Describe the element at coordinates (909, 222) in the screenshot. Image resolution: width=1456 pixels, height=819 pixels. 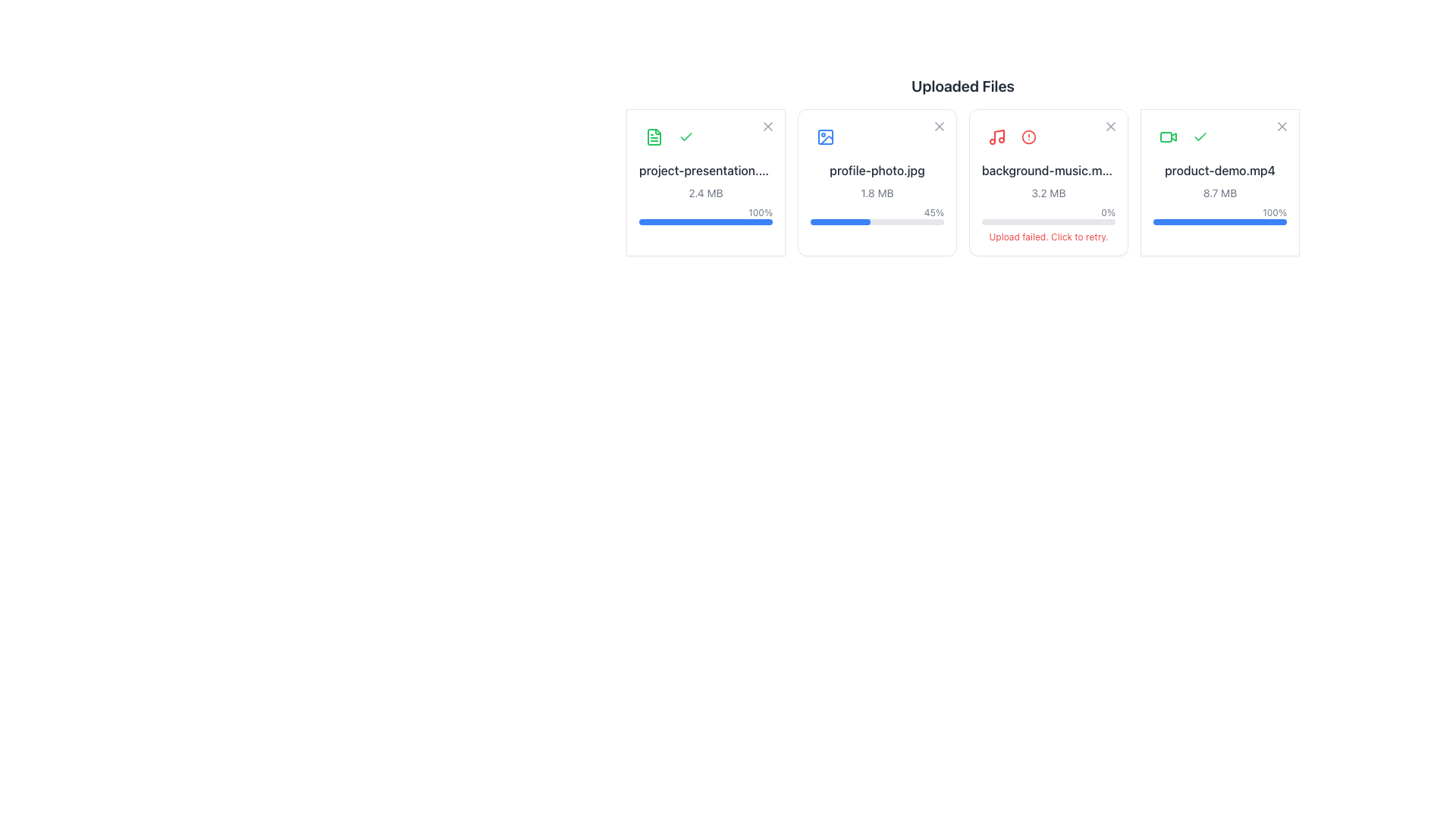
I see `progress bar value` at that location.